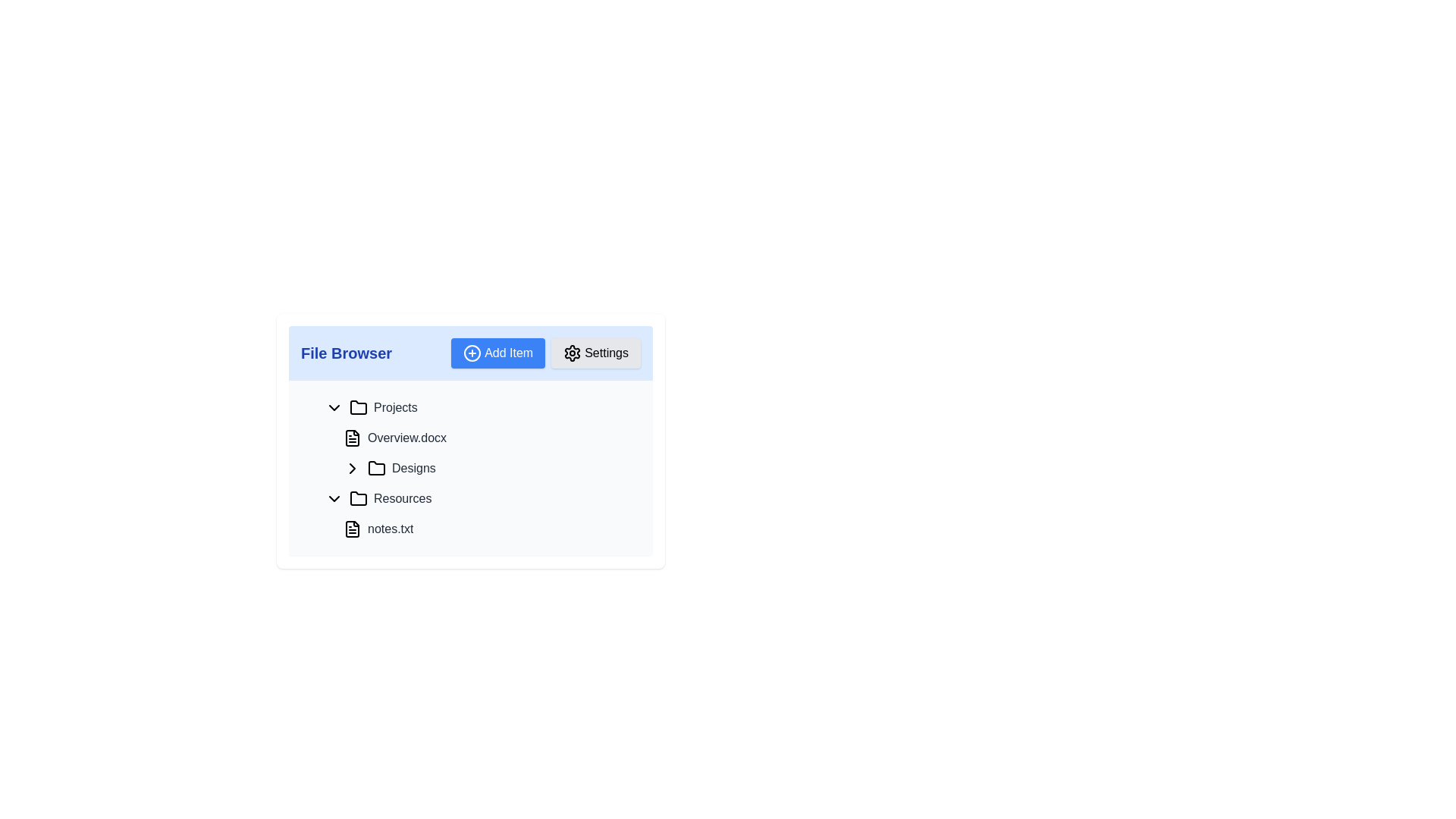  I want to click on the text label 'Overview.docx' located, so click(407, 438).